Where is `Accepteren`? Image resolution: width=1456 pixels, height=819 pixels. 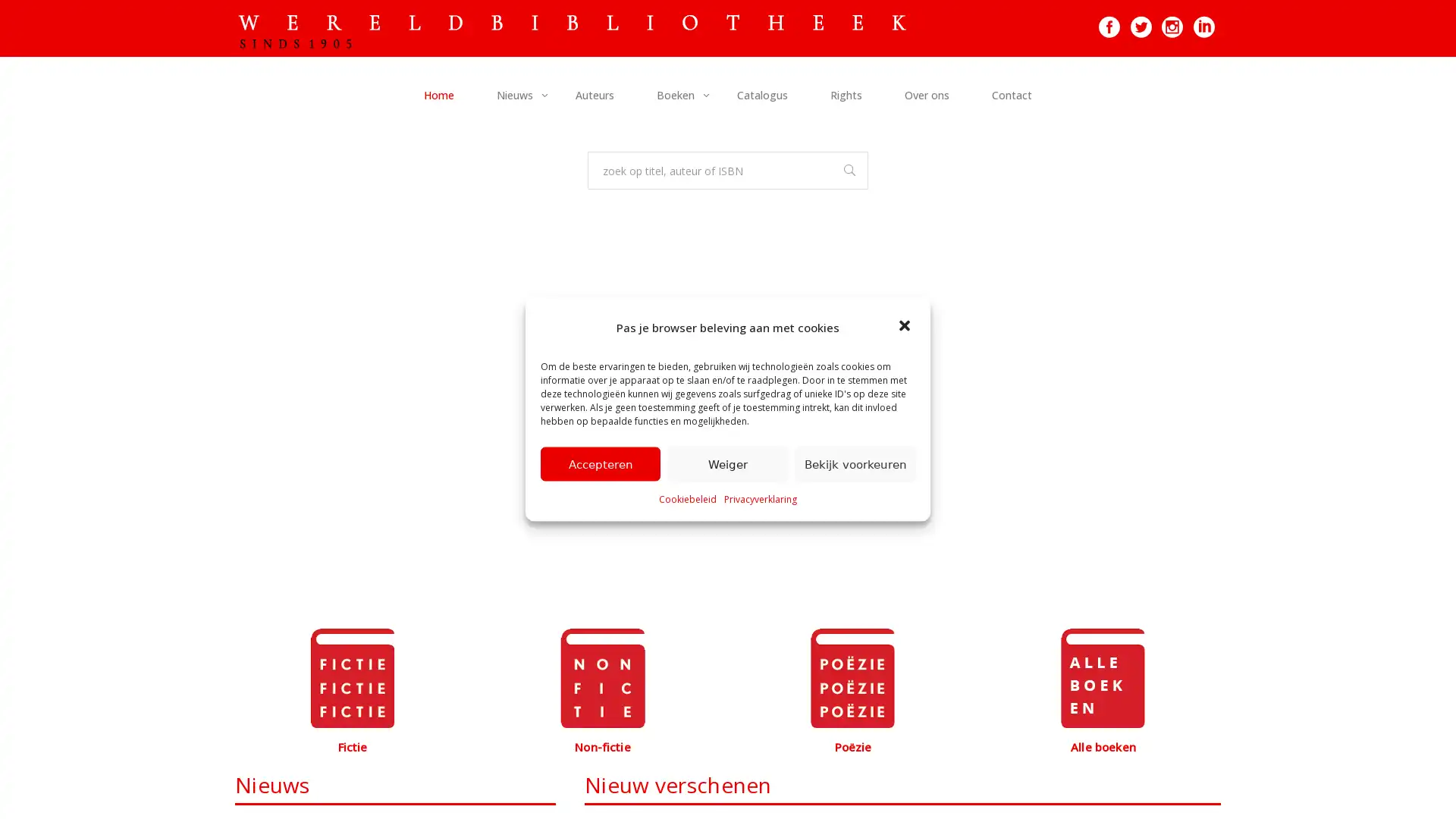 Accepteren is located at coordinates (600, 463).